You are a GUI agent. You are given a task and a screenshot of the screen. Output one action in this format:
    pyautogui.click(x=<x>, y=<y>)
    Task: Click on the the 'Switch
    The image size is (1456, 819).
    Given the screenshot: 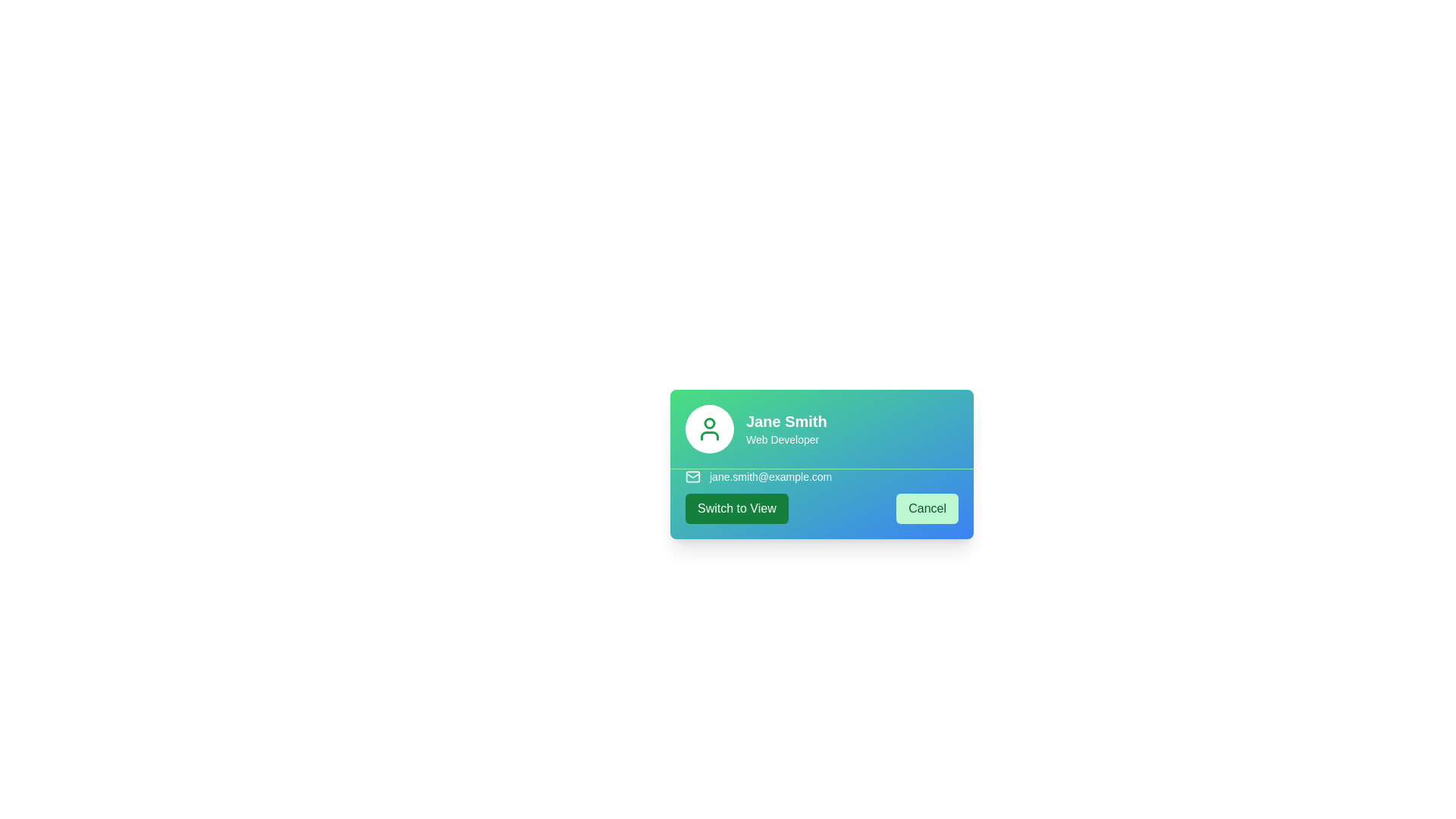 What is the action you would take?
    pyautogui.click(x=736, y=509)
    